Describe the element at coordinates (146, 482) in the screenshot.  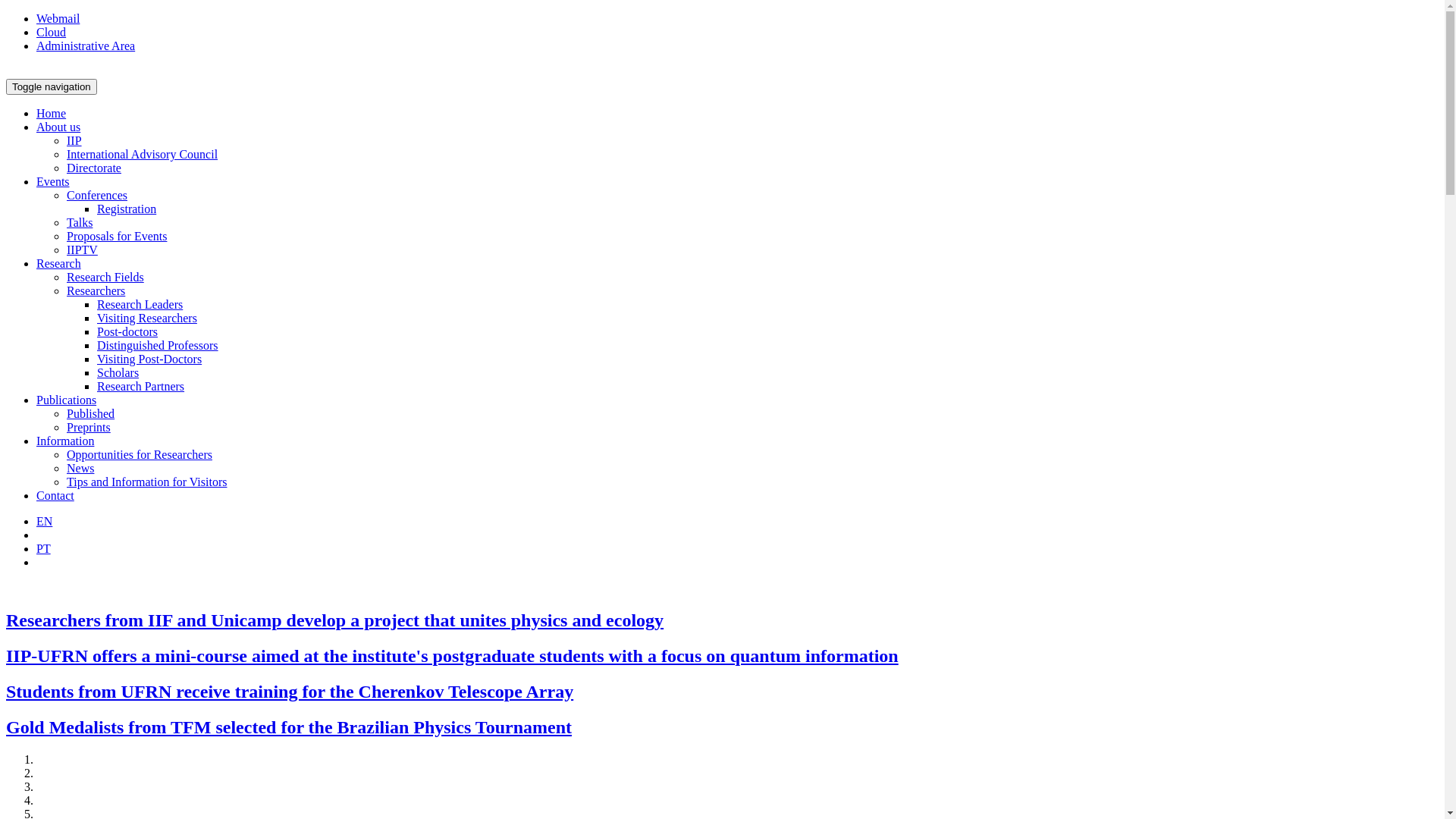
I see `'Tips and Information for Visitors'` at that location.